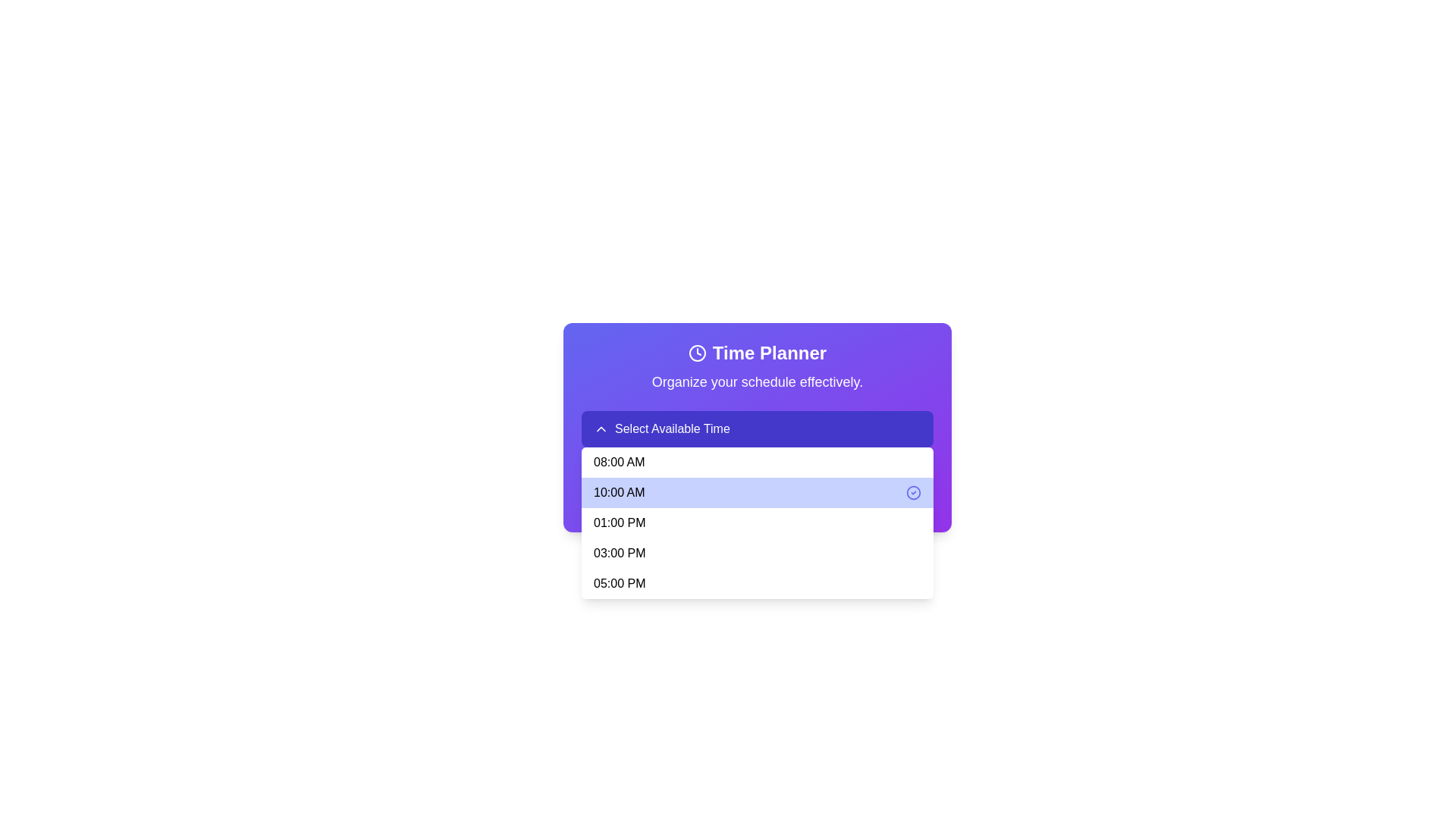 The height and width of the screenshot is (819, 1456). What do you see at coordinates (757, 427) in the screenshot?
I see `a highlighted time slot in the 'Time Planner' panel` at bounding box center [757, 427].